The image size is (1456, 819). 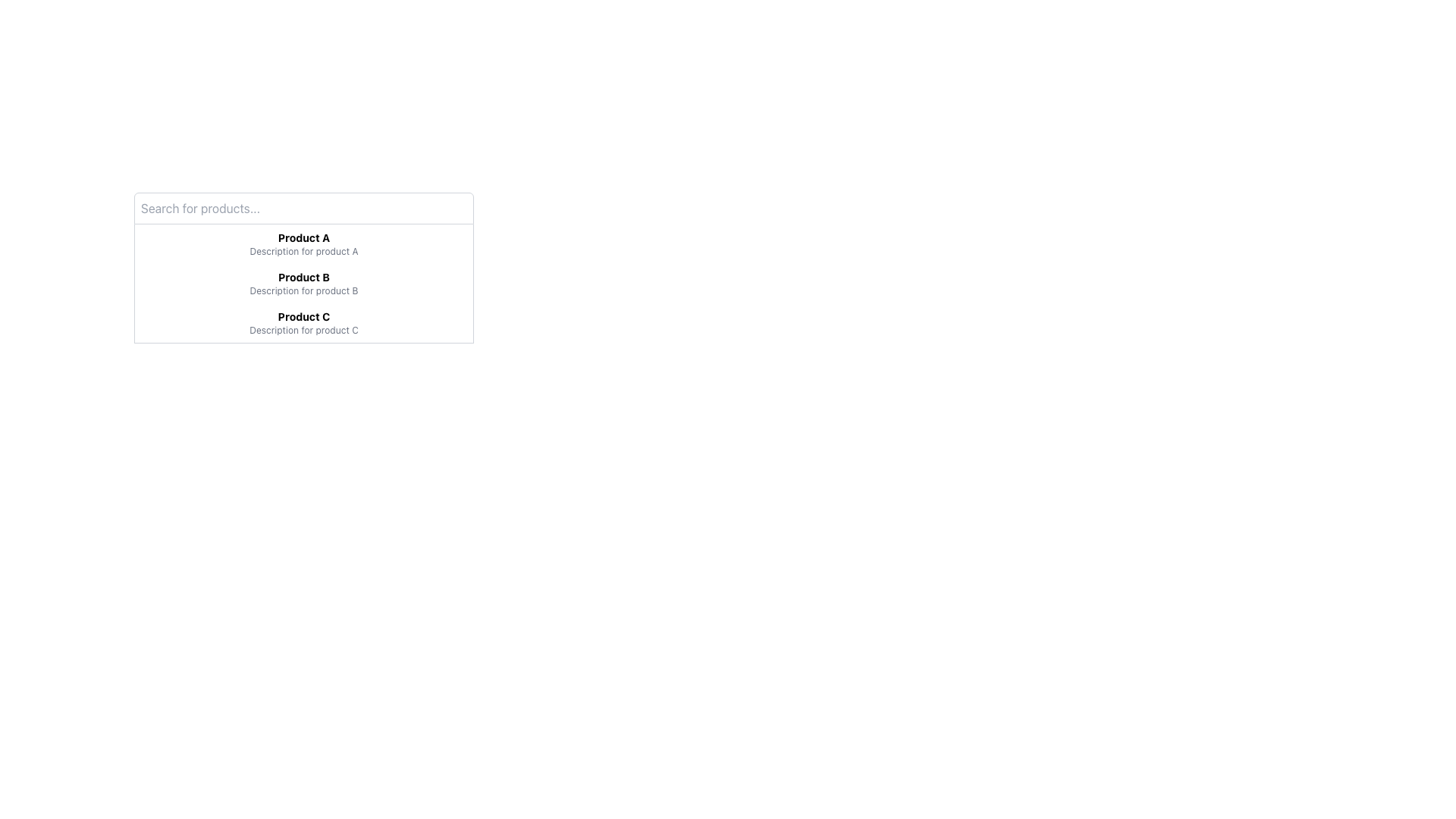 What do you see at coordinates (303, 329) in the screenshot?
I see `supplementary descriptive text for 'Product C' located in the third list item of a vertical list, positioned below the 'Product C' header` at bounding box center [303, 329].